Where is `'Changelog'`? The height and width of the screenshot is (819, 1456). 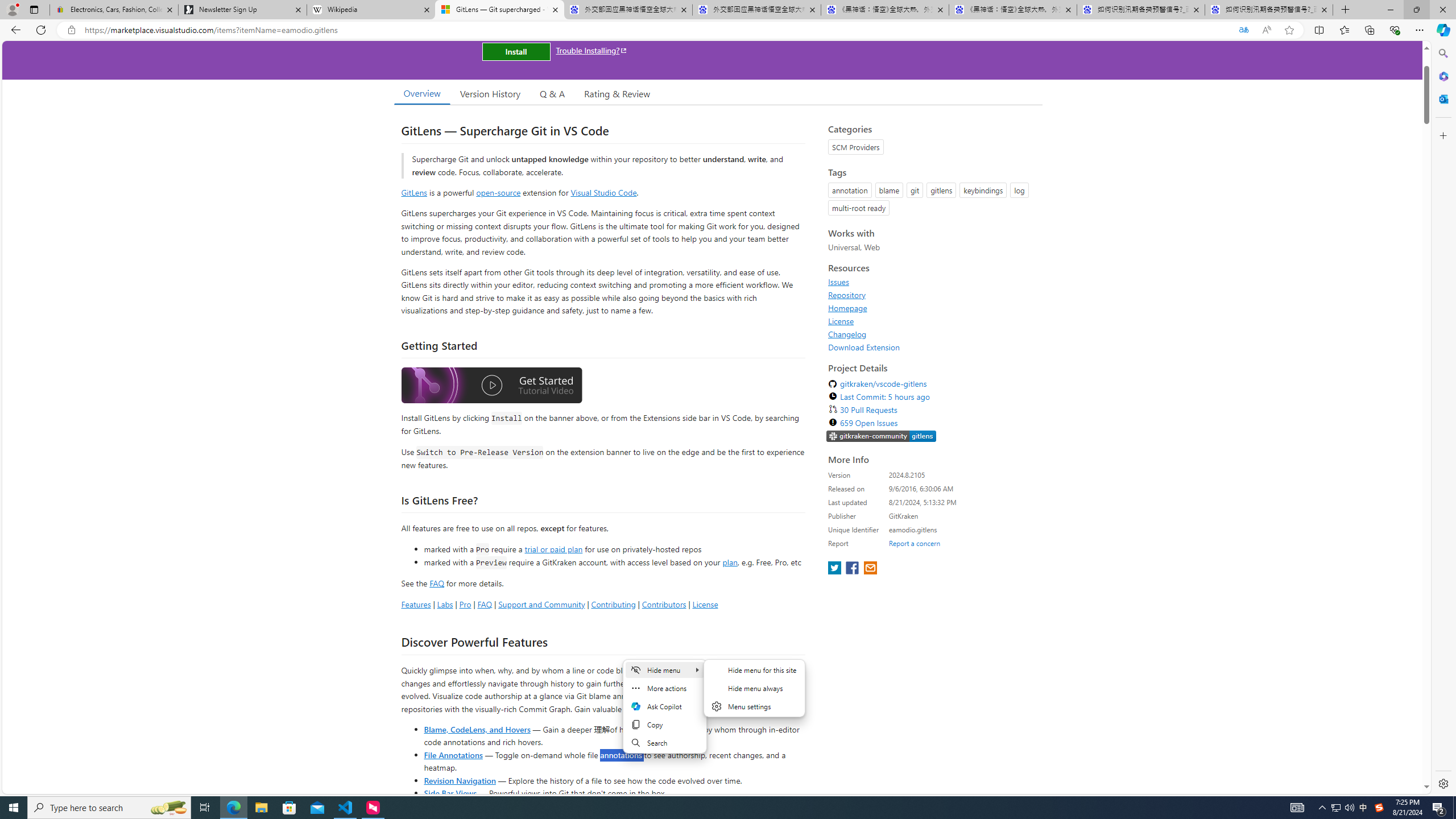
'Changelog' is located at coordinates (846, 333).